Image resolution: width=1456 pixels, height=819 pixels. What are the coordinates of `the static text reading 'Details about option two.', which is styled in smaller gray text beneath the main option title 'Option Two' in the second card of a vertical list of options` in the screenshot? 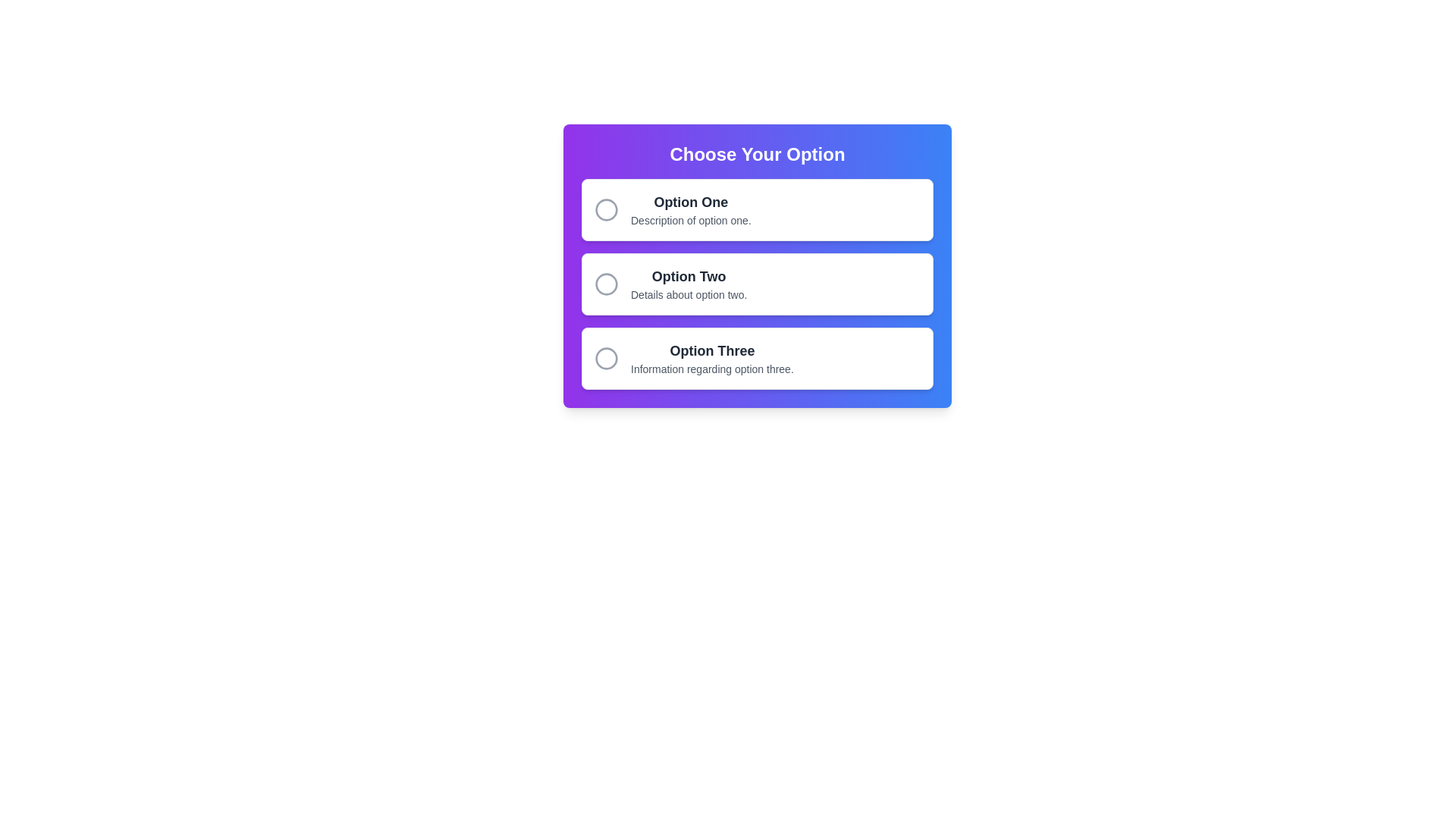 It's located at (688, 295).